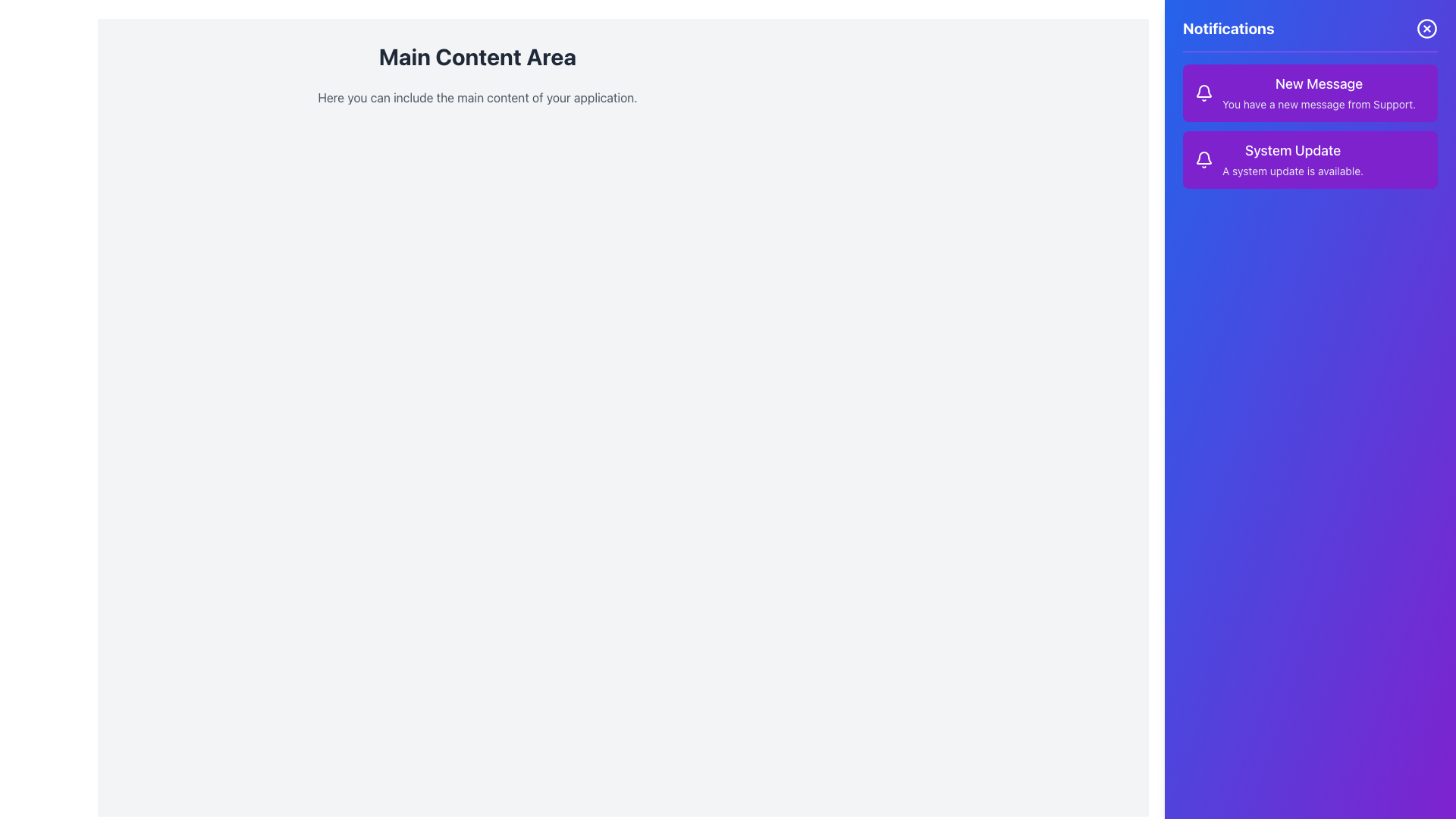  Describe the element at coordinates (1203, 93) in the screenshot. I see `the notification bell icon located at the top of the notification panel, positioned to the left of the text 'New Message'` at that location.